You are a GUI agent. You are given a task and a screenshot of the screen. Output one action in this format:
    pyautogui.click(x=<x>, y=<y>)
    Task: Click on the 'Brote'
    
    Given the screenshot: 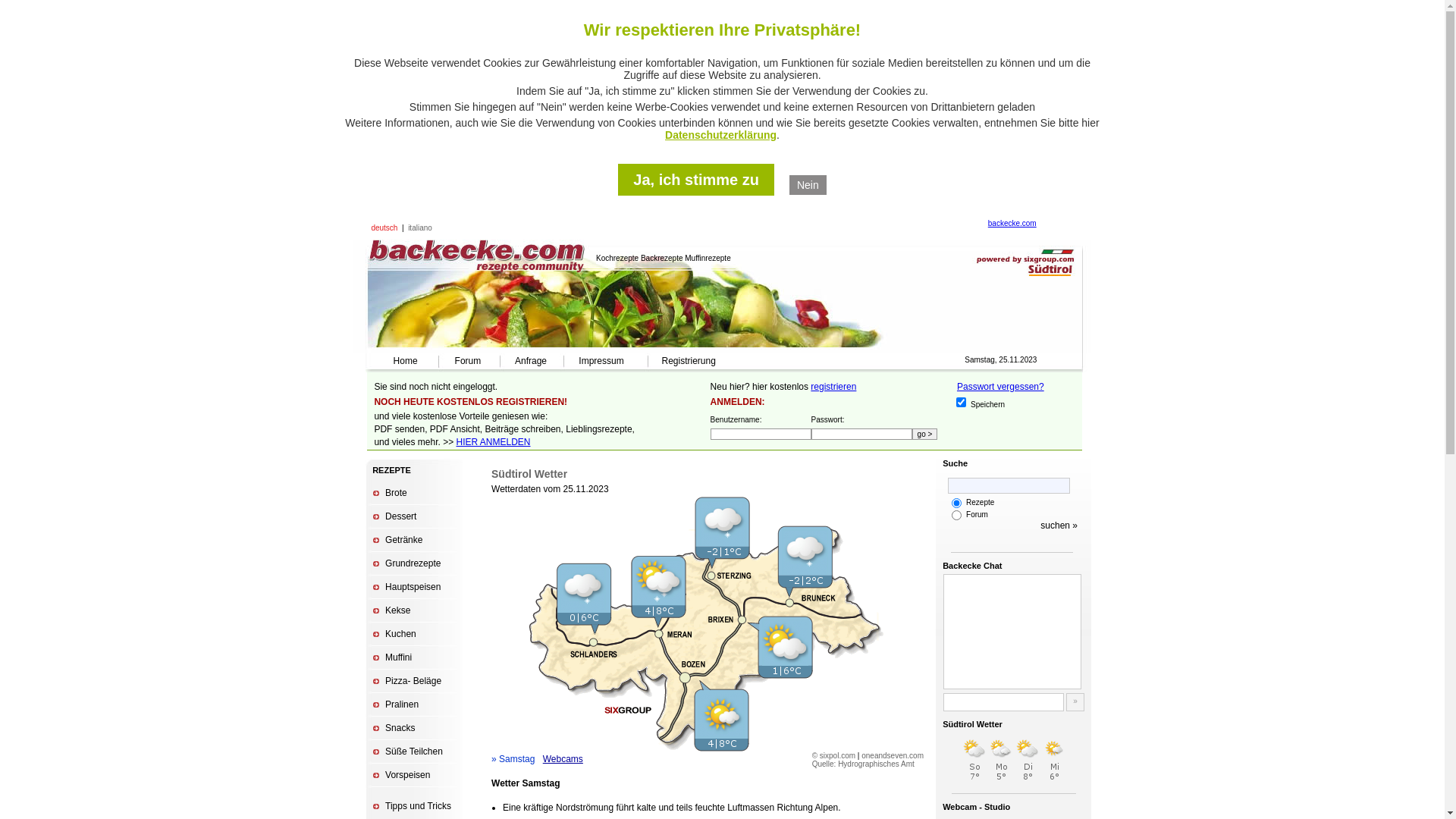 What is the action you would take?
    pyautogui.click(x=396, y=493)
    